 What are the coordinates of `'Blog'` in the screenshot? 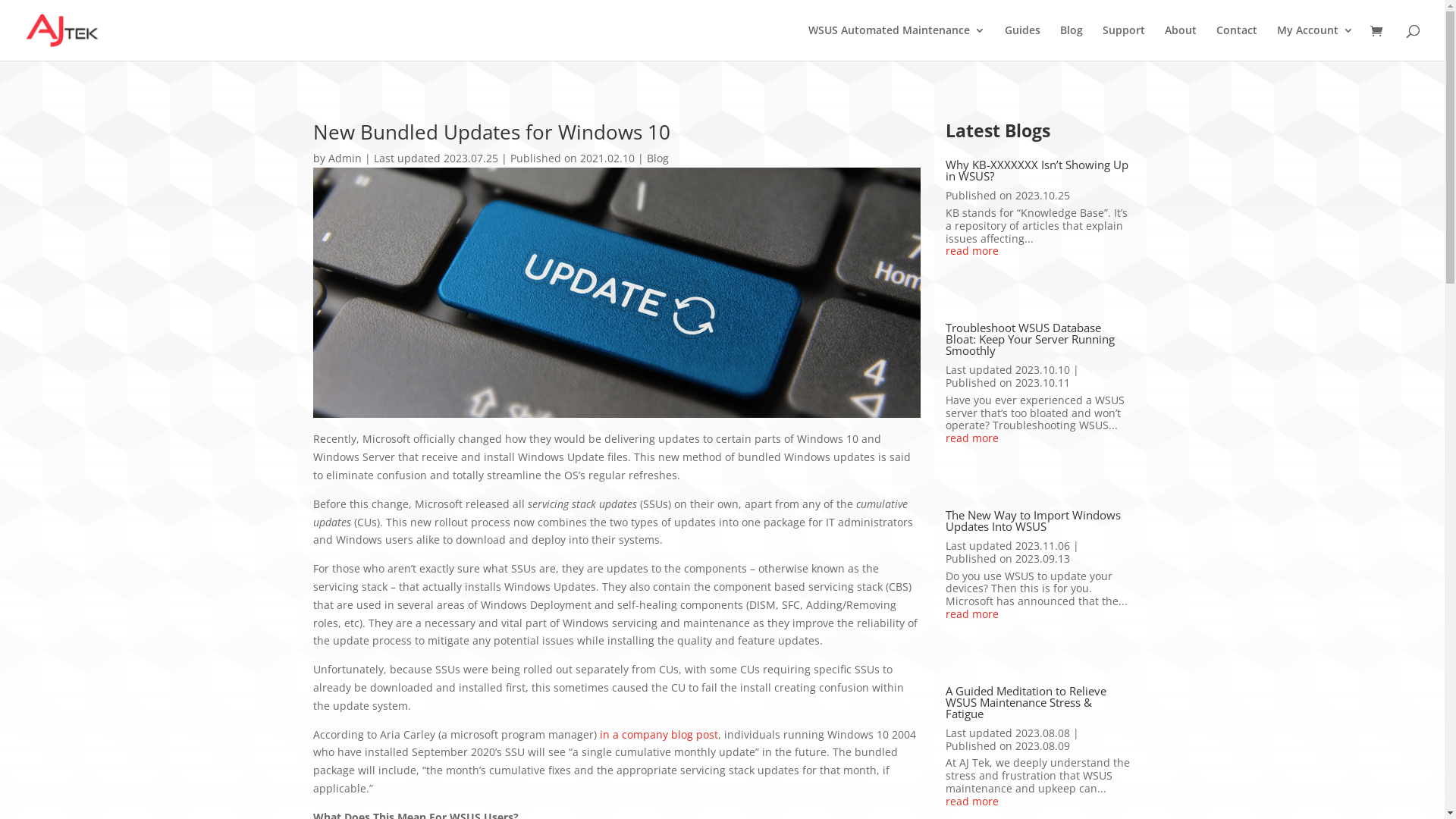 It's located at (657, 158).